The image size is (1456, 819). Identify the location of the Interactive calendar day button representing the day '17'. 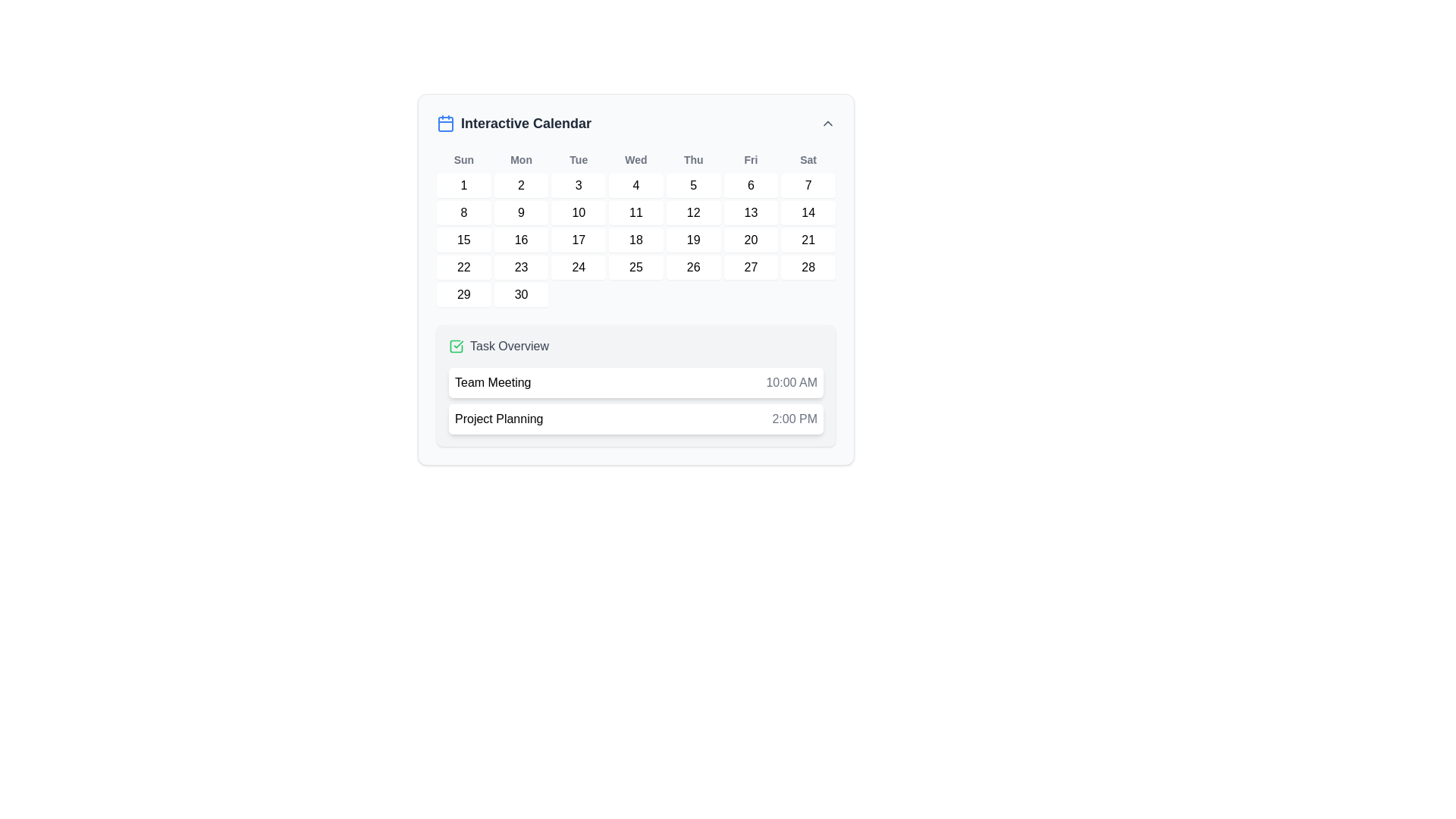
(578, 239).